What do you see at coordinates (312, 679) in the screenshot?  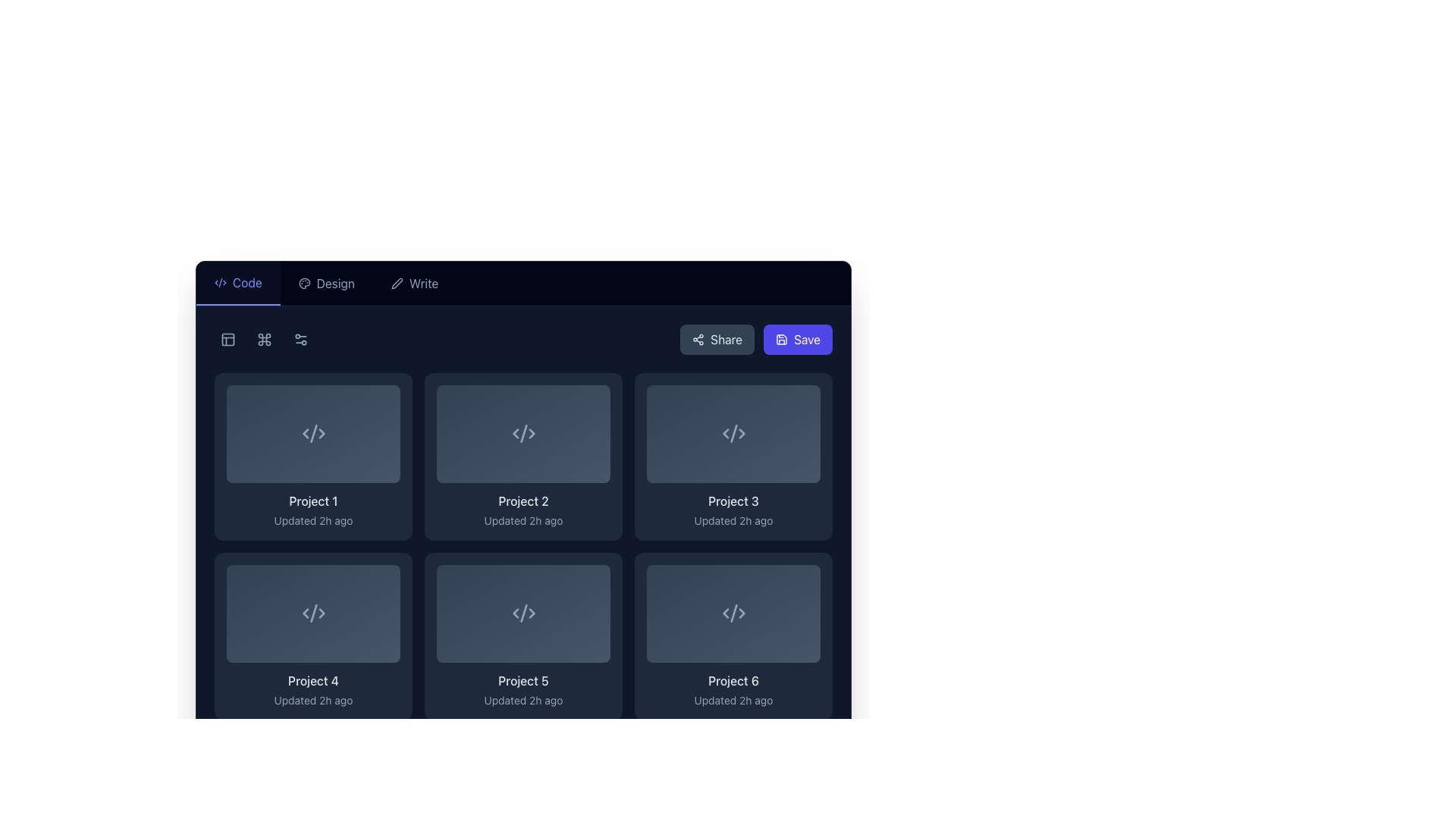 I see `the text label displaying 'Project 4', which is styled with a medium weight font and light slate color, located in the bottom-middle section of the project card` at bounding box center [312, 679].